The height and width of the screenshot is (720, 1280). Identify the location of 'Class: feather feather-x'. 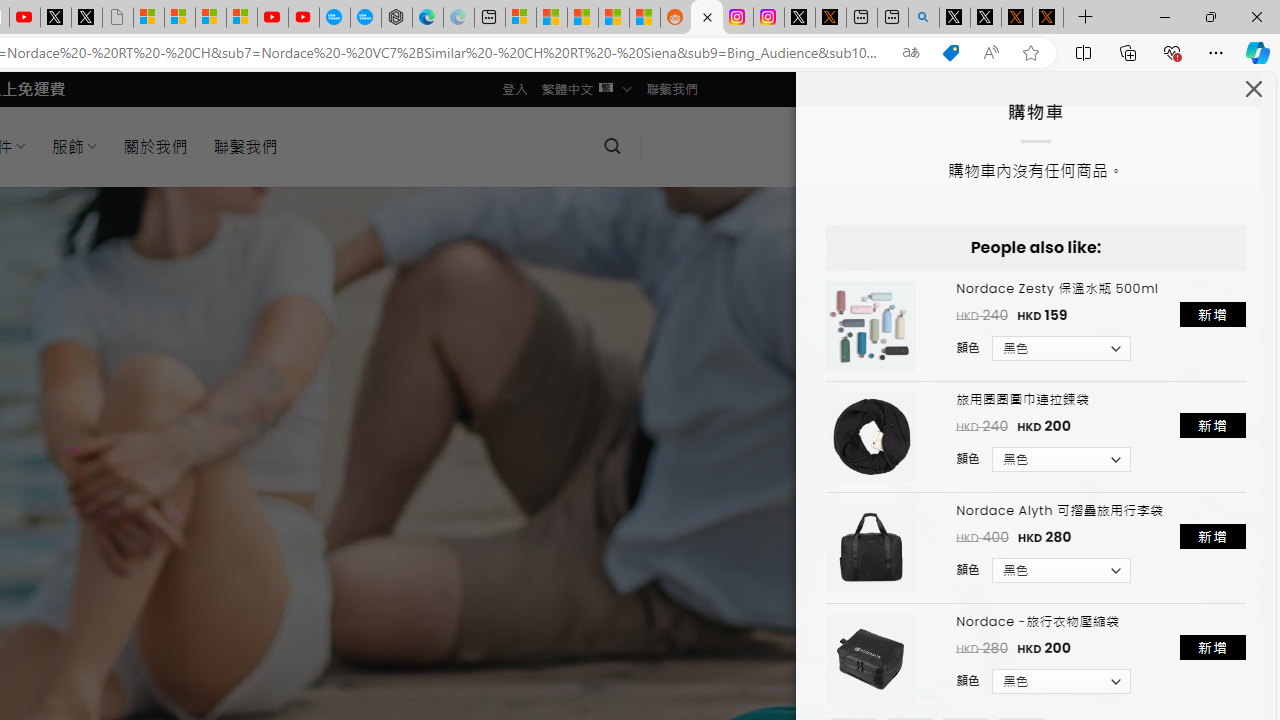
(1253, 87).